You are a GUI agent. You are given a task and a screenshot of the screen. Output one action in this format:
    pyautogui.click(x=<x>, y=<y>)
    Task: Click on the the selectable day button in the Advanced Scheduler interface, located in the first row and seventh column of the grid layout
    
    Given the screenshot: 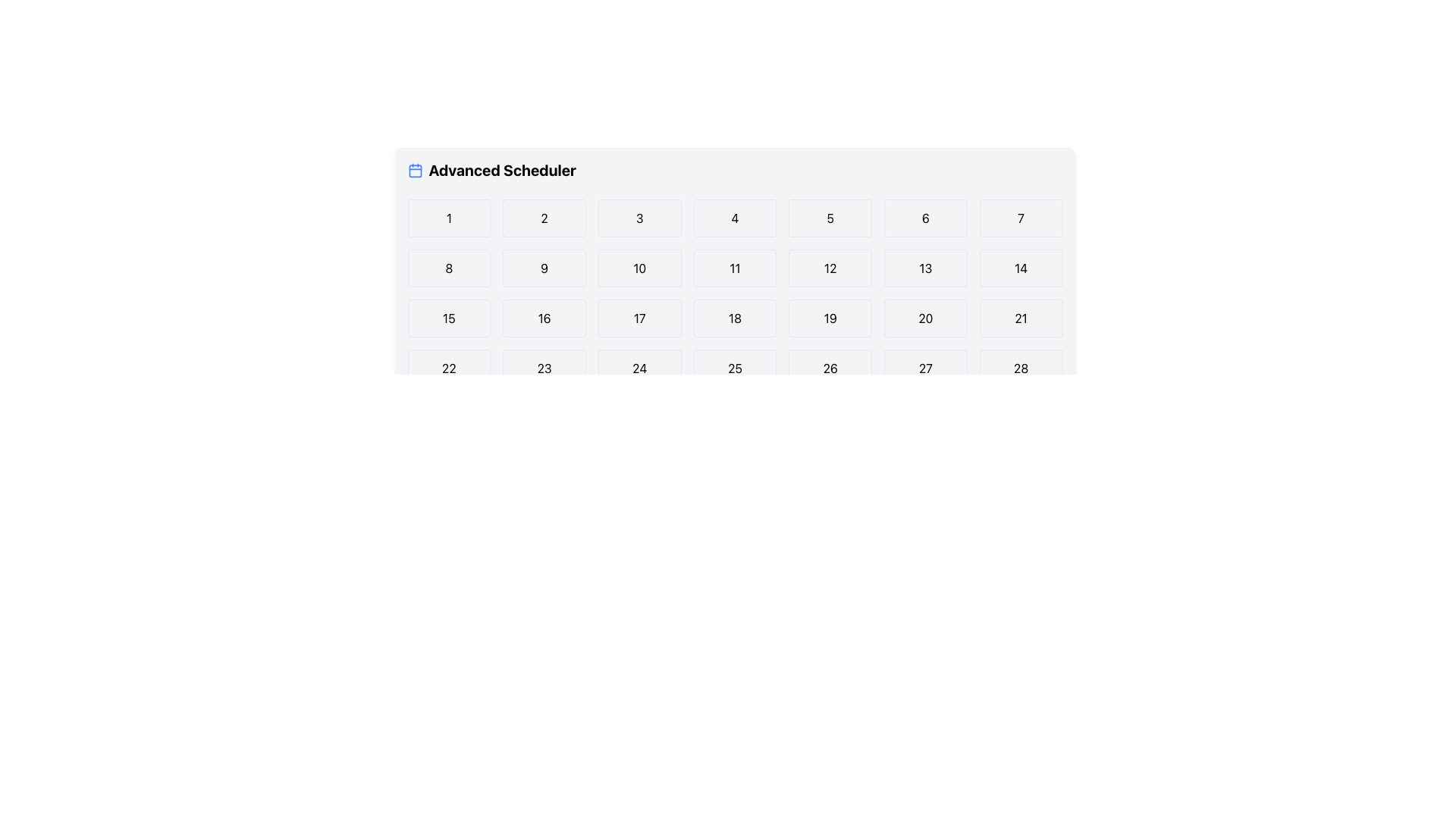 What is the action you would take?
    pyautogui.click(x=1021, y=218)
    